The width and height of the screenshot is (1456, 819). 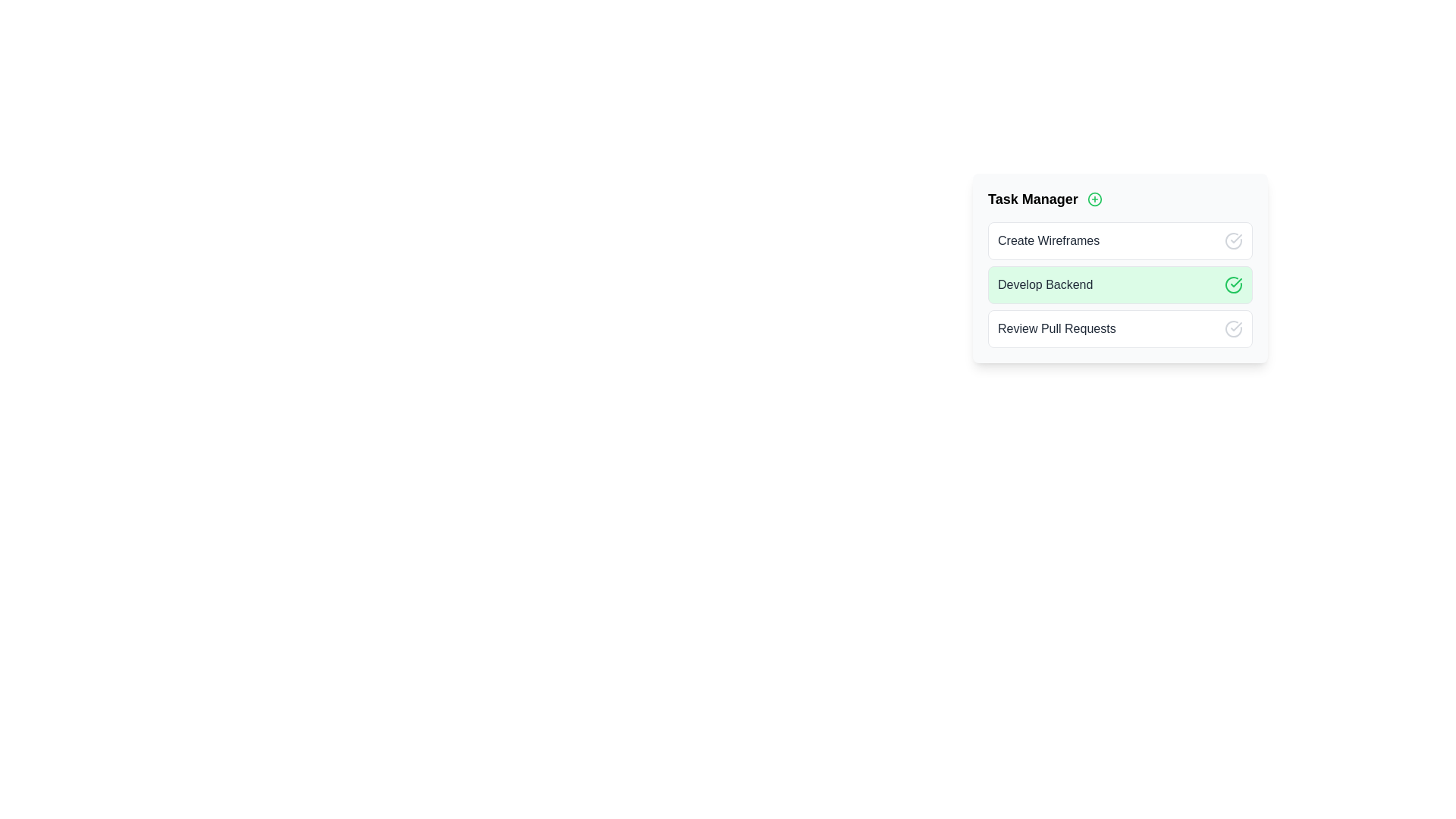 What do you see at coordinates (1094, 198) in the screenshot?
I see `the green circular button with a plus sign located at the end of the 'Task Manager' header` at bounding box center [1094, 198].